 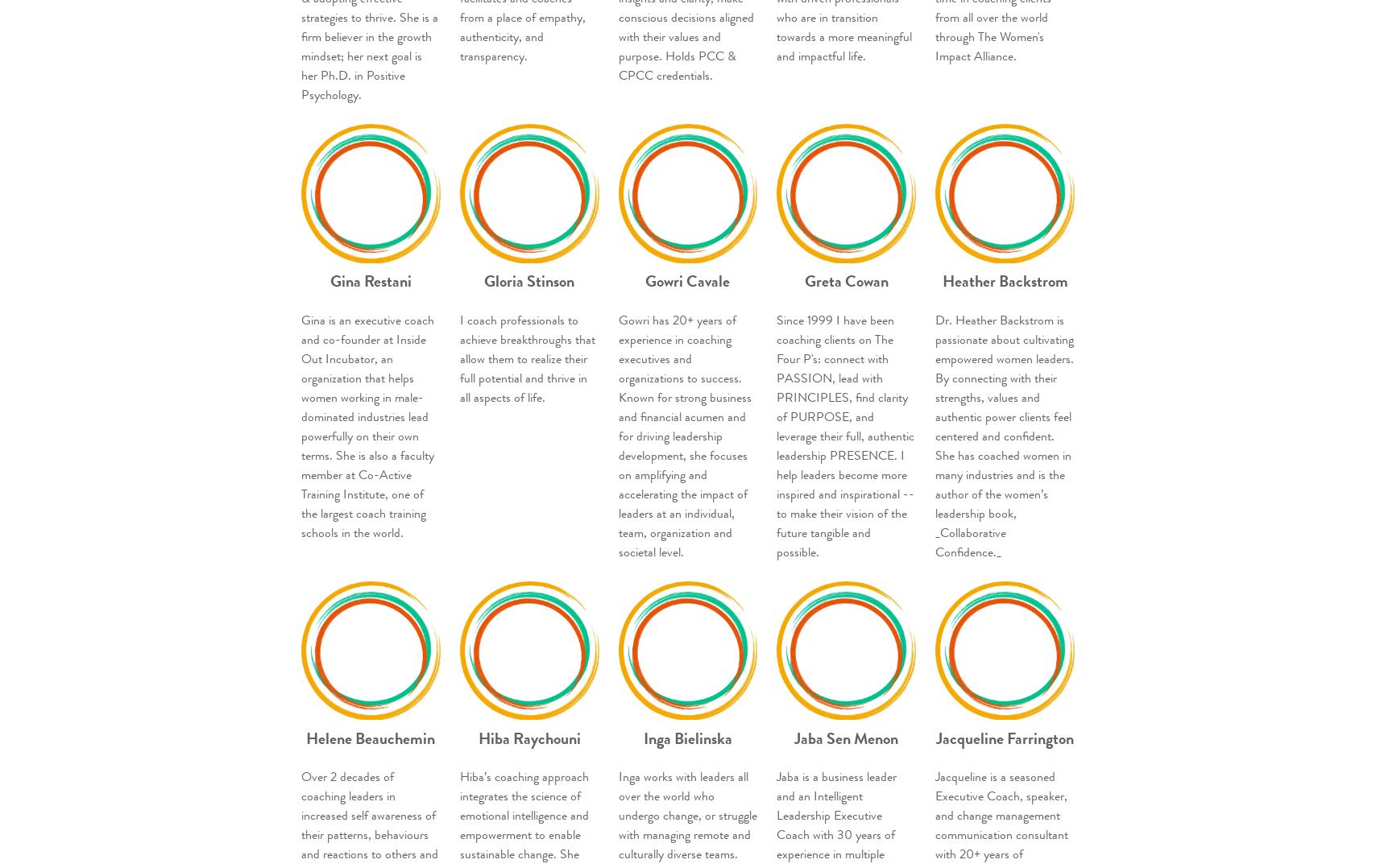 What do you see at coordinates (1005, 435) in the screenshot?
I see `'Dr. Heather Backstrom is passionate about cultivating empowered women leaders. By connecting with their strengths, values and authentic power clients feel centered and confident. She has coached women in many industries and is the author of the women’s leadership book, _Collaborative Confidence._'` at bounding box center [1005, 435].